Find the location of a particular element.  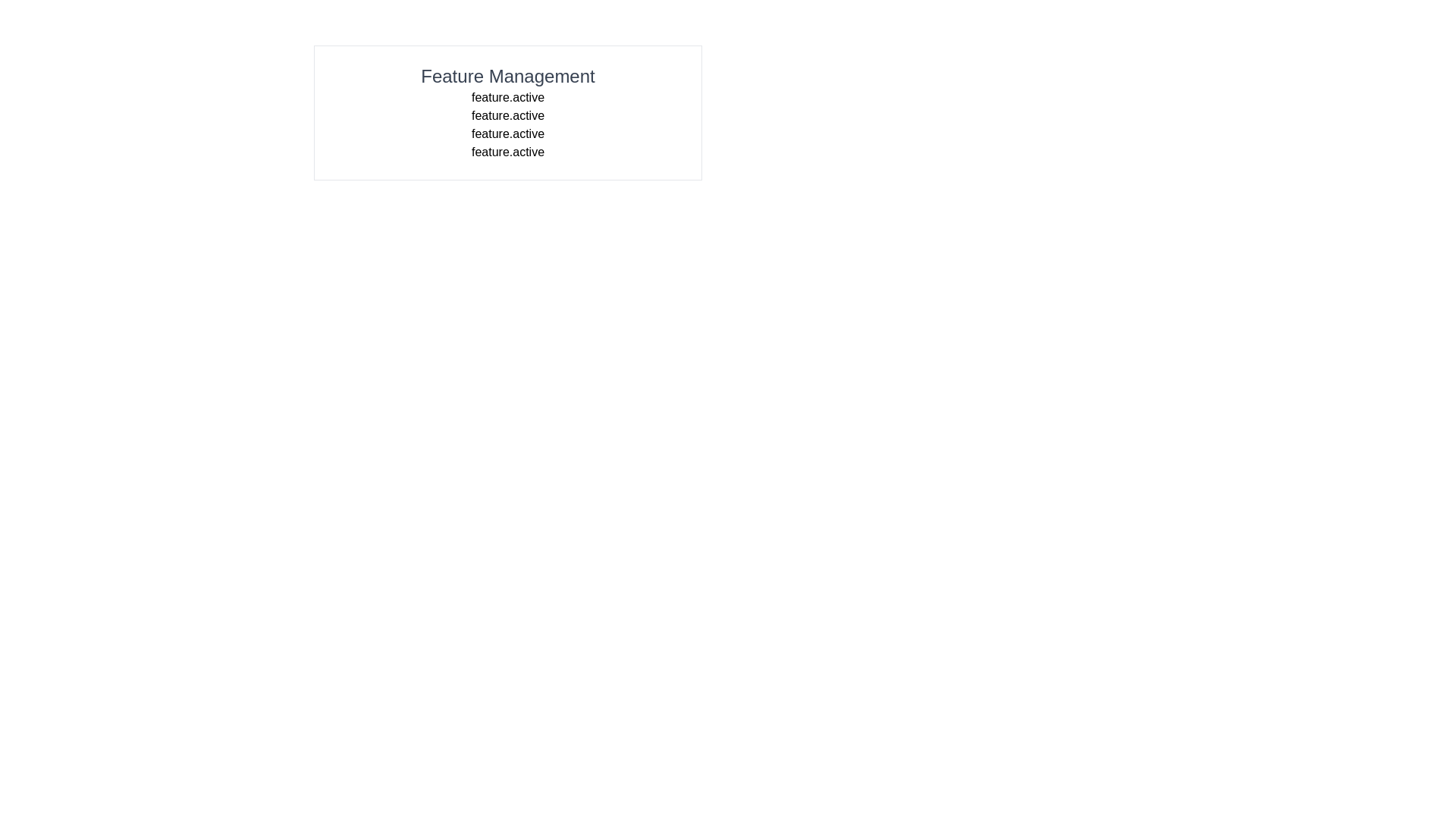

the Text Display Element displaying 'feature.active', which is positioned underneath the 'Feature Management' header and is the first in a vertical stack of similar elements is located at coordinates (508, 97).